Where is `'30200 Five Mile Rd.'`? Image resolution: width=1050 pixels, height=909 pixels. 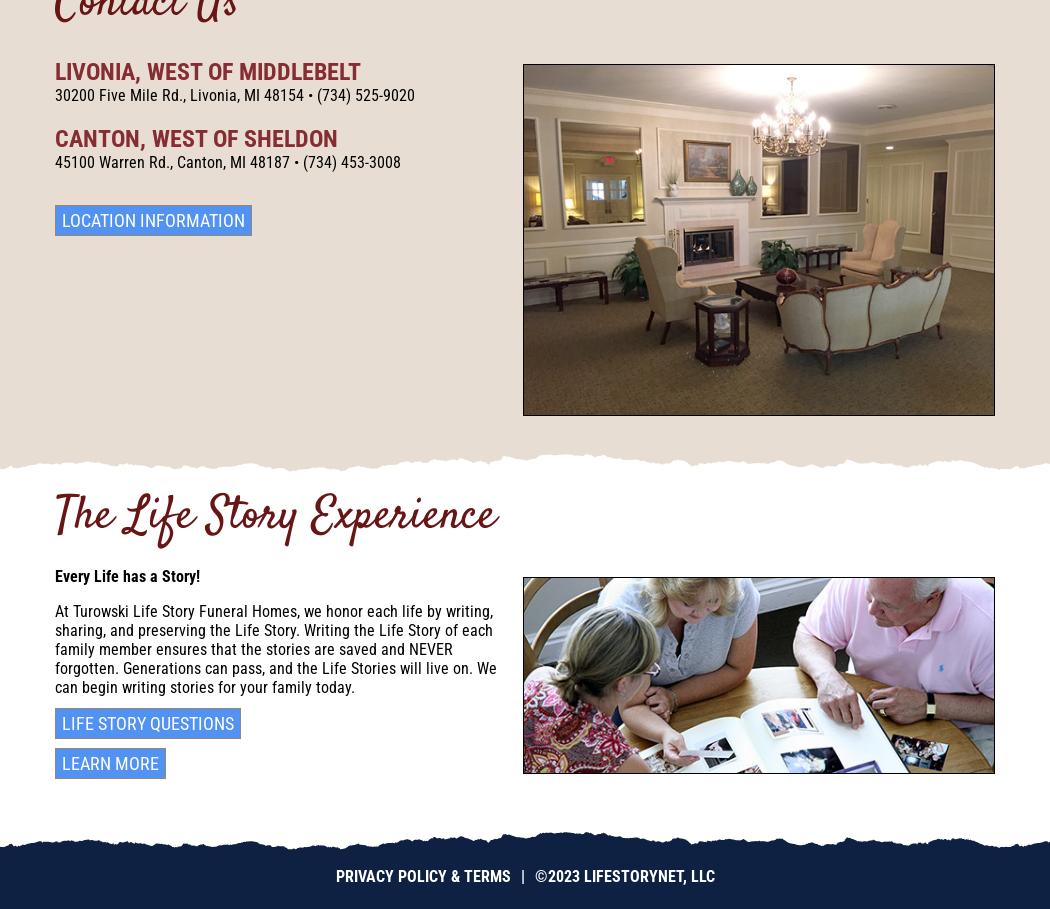 '30200 Five Mile Rd.' is located at coordinates (117, 94).